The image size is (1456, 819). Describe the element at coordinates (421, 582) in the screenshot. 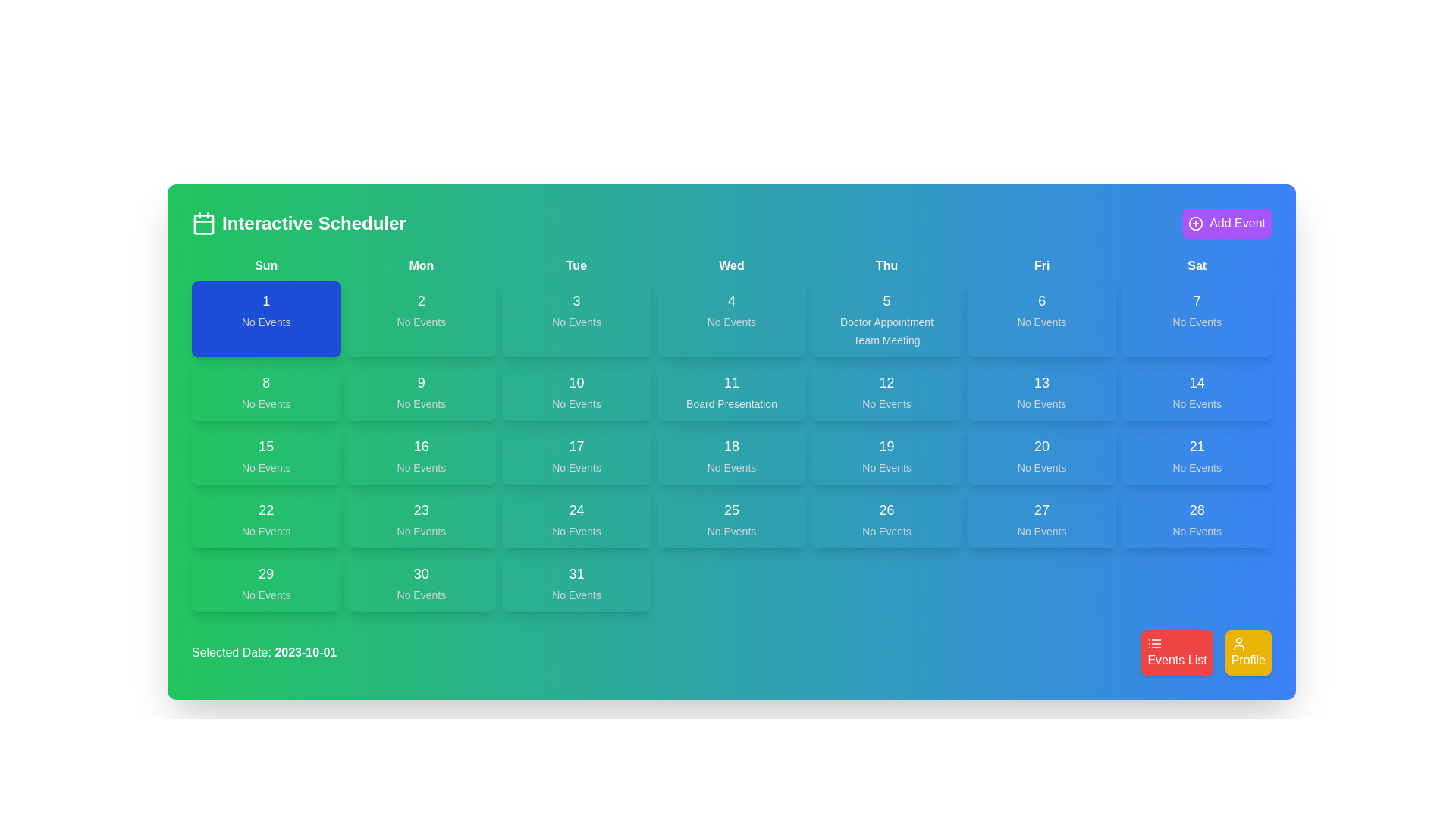

I see `the Calendar Day Tile displaying '30'` at that location.